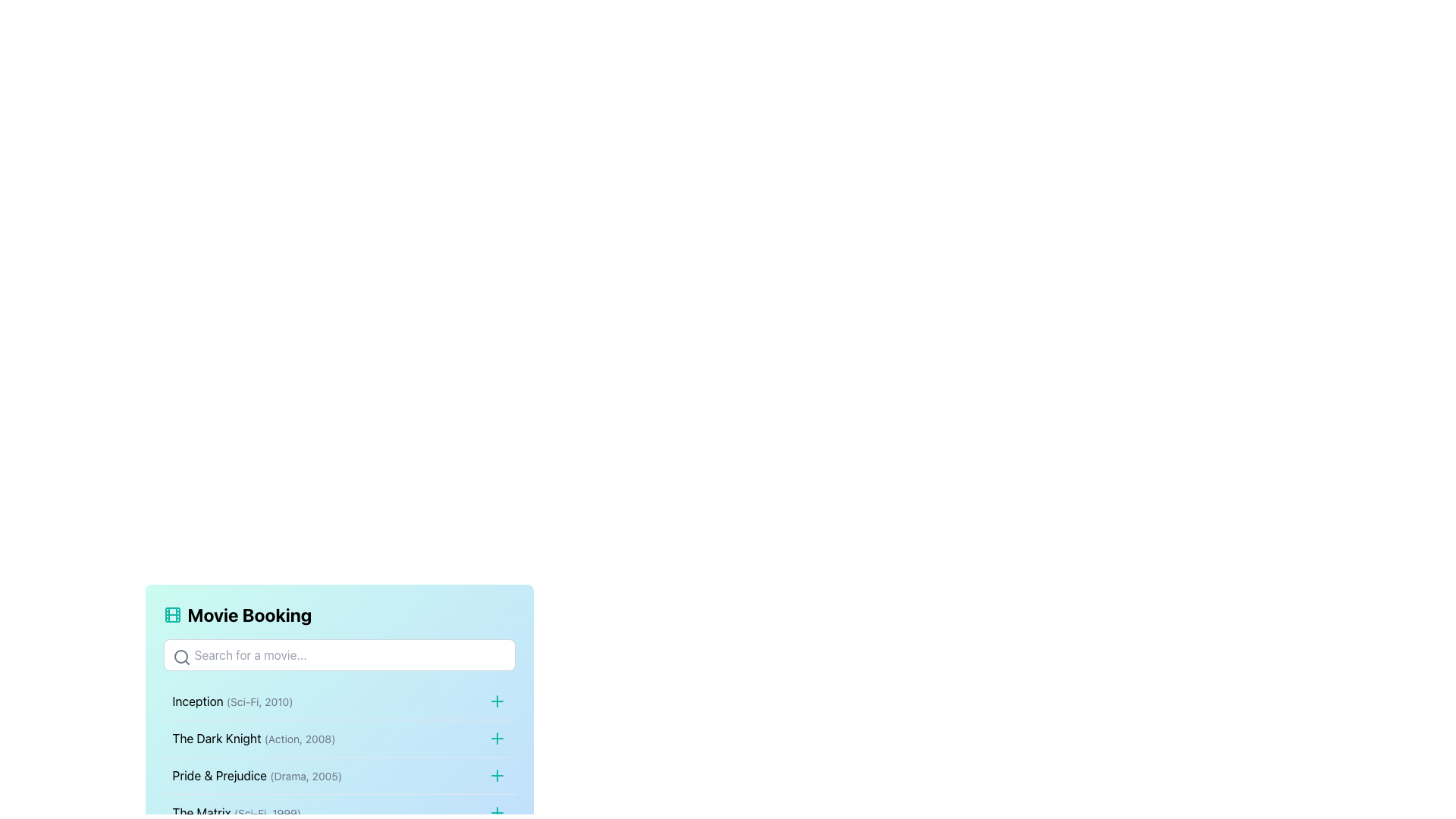 Image resolution: width=1456 pixels, height=819 pixels. I want to click on the static text display for the third movie entry in the 'Movie Booking' section, which shows the title and details of the movie, so click(257, 775).